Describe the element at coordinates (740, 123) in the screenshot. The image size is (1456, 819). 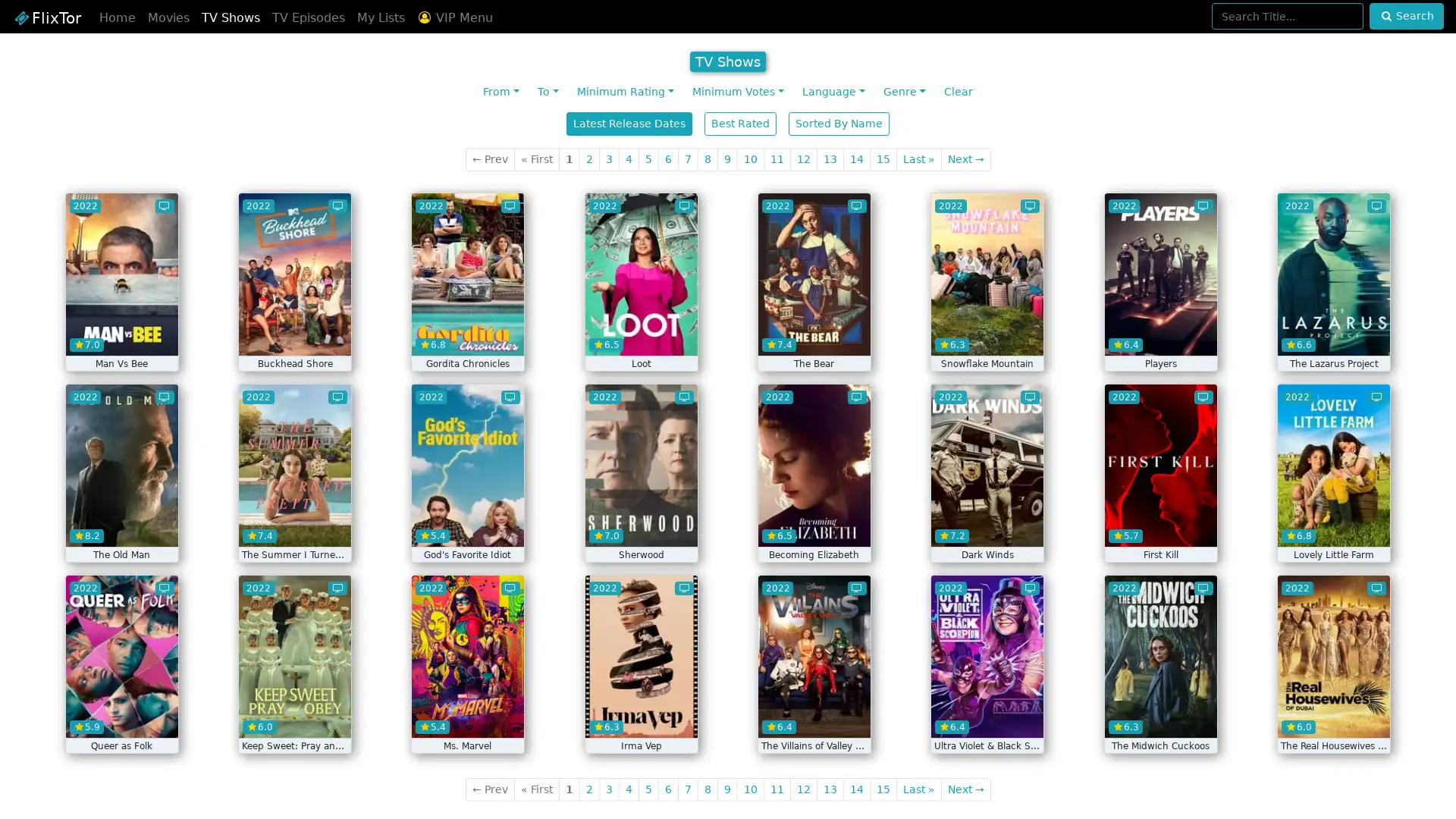
I see `Best Rated` at that location.